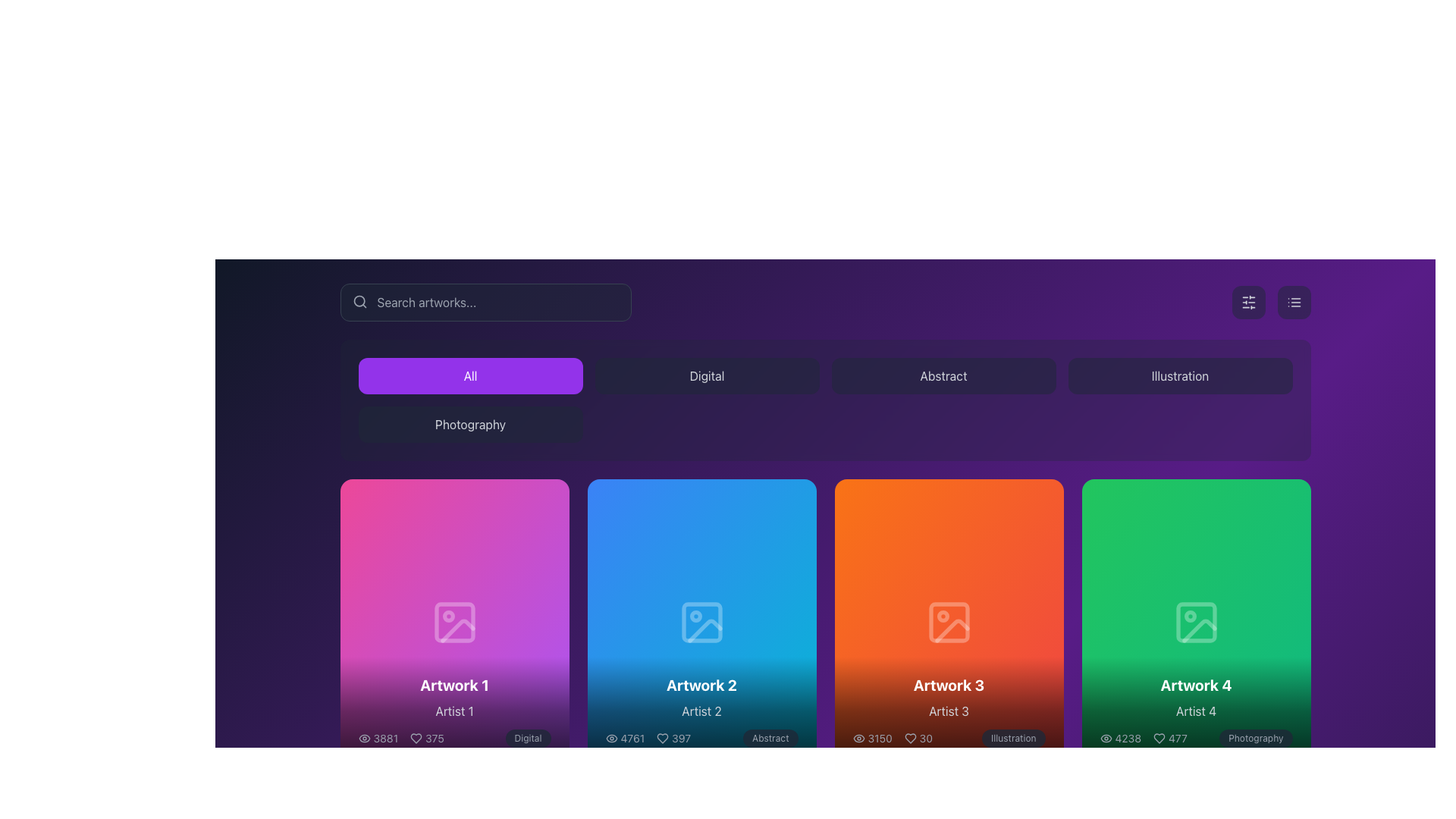 The height and width of the screenshot is (819, 1456). What do you see at coordinates (948, 622) in the screenshot?
I see `the small square icon with rounded corners` at bounding box center [948, 622].